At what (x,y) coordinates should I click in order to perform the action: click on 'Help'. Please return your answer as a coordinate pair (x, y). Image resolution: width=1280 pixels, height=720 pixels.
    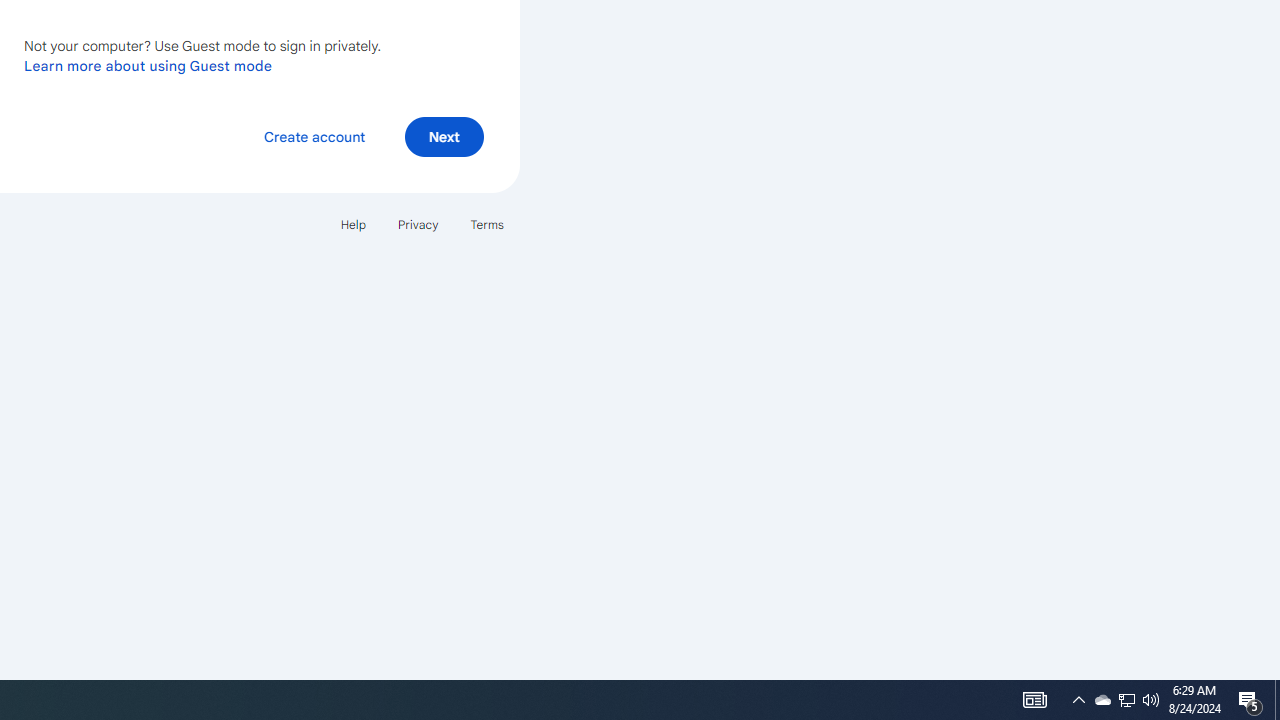
    Looking at the image, I should click on (352, 224).